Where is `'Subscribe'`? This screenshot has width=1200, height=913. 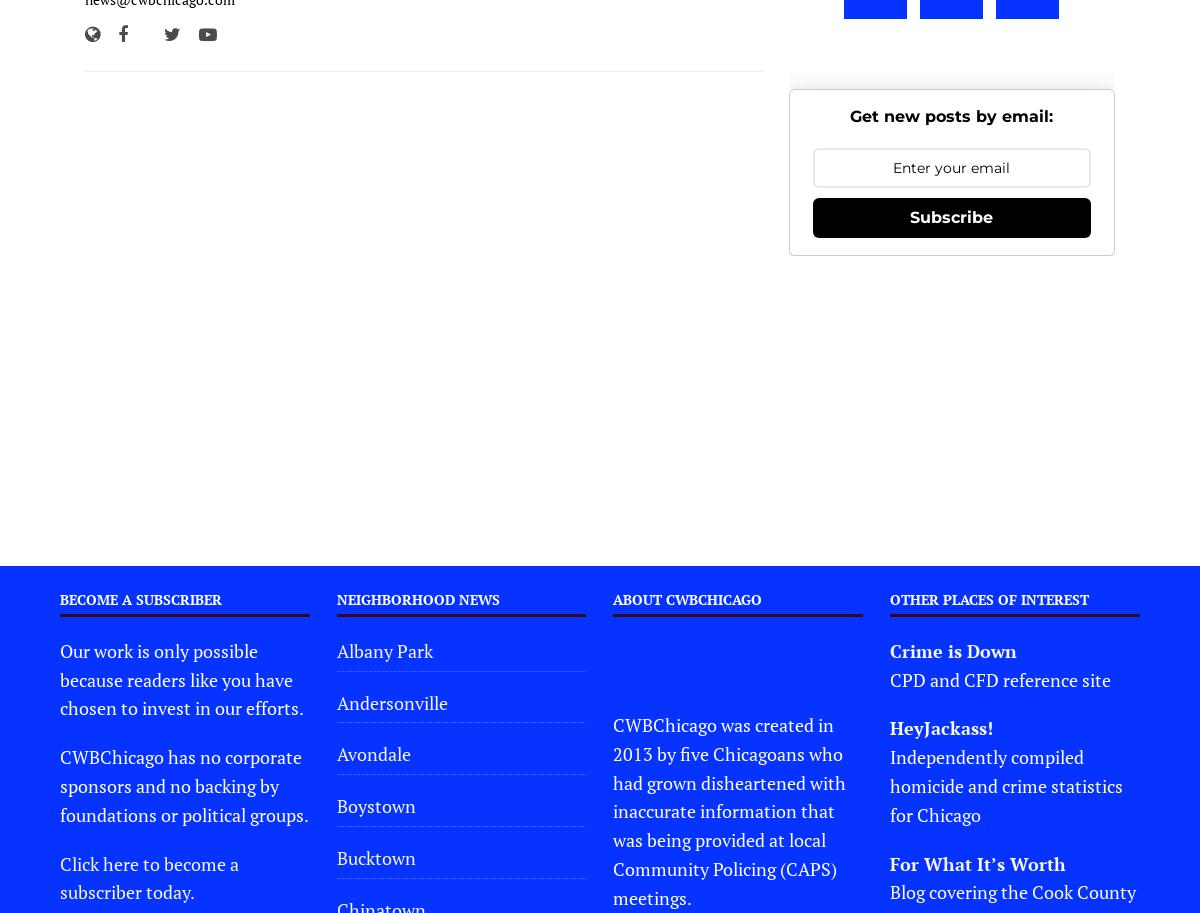
'Subscribe' is located at coordinates (951, 215).